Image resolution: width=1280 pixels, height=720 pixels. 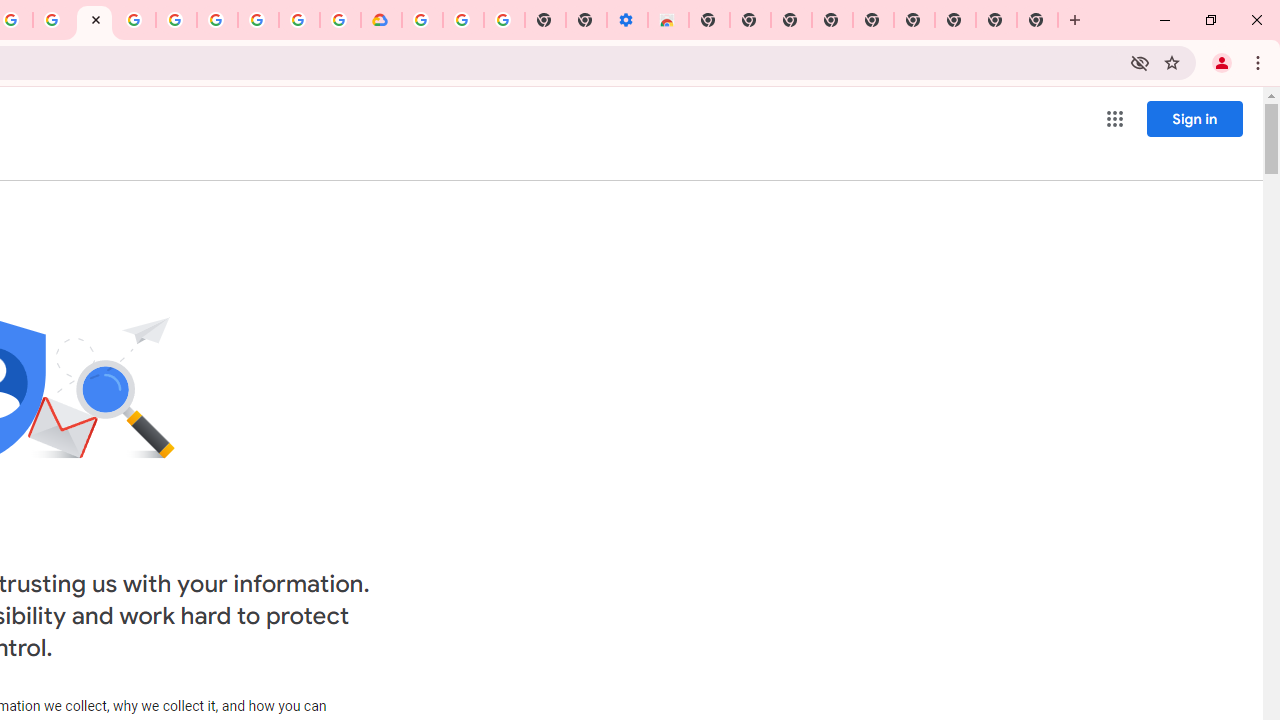 I want to click on 'Chrome Web Store - Accessibility extensions', so click(x=668, y=20).